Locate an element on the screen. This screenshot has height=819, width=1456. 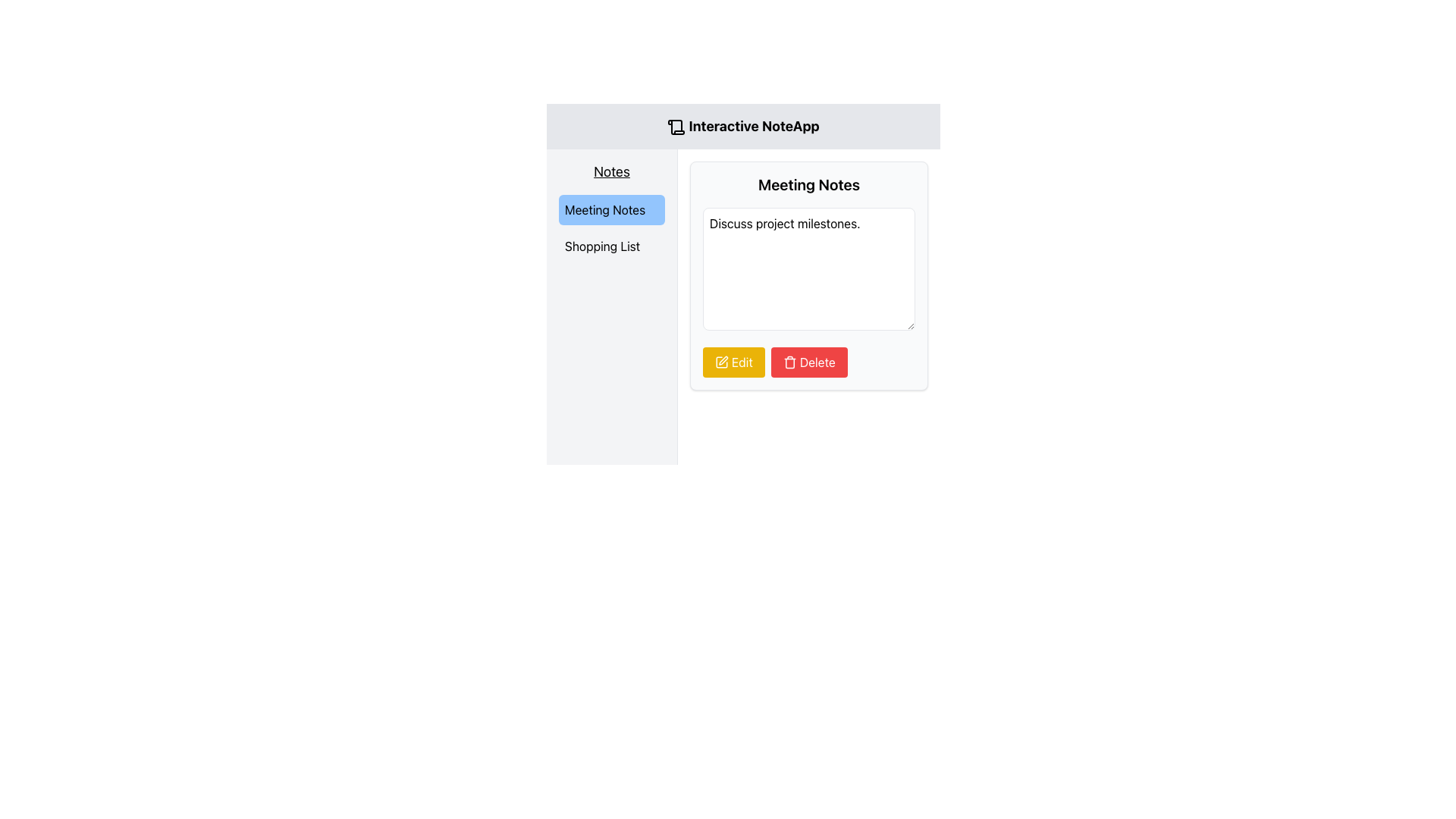
the leftmost button in the two-button group located below the 'Meeting Notes' text input area is located at coordinates (733, 362).